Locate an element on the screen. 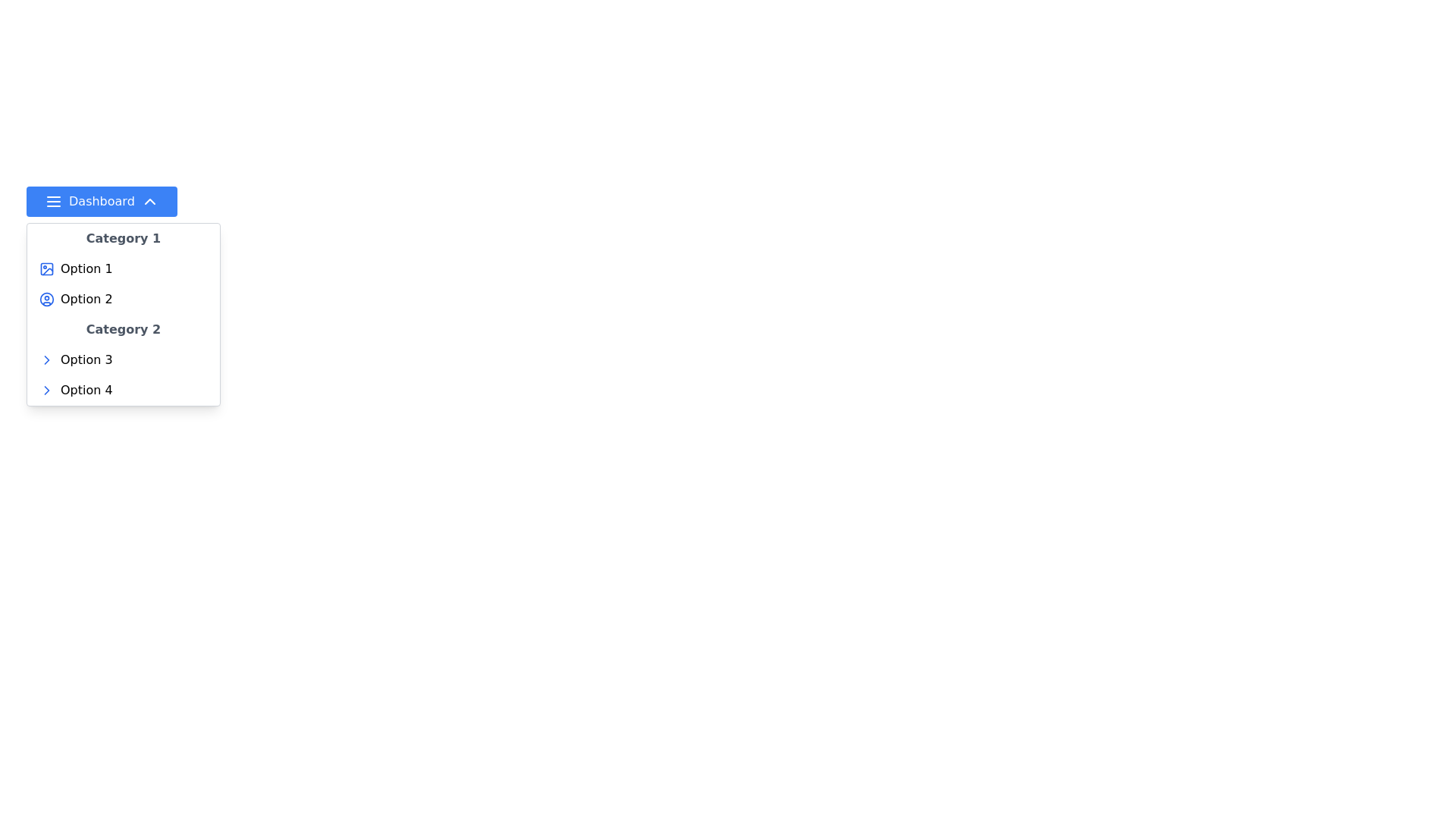  the blue 'Dashboard' button with rounded corners is located at coordinates (101, 201).